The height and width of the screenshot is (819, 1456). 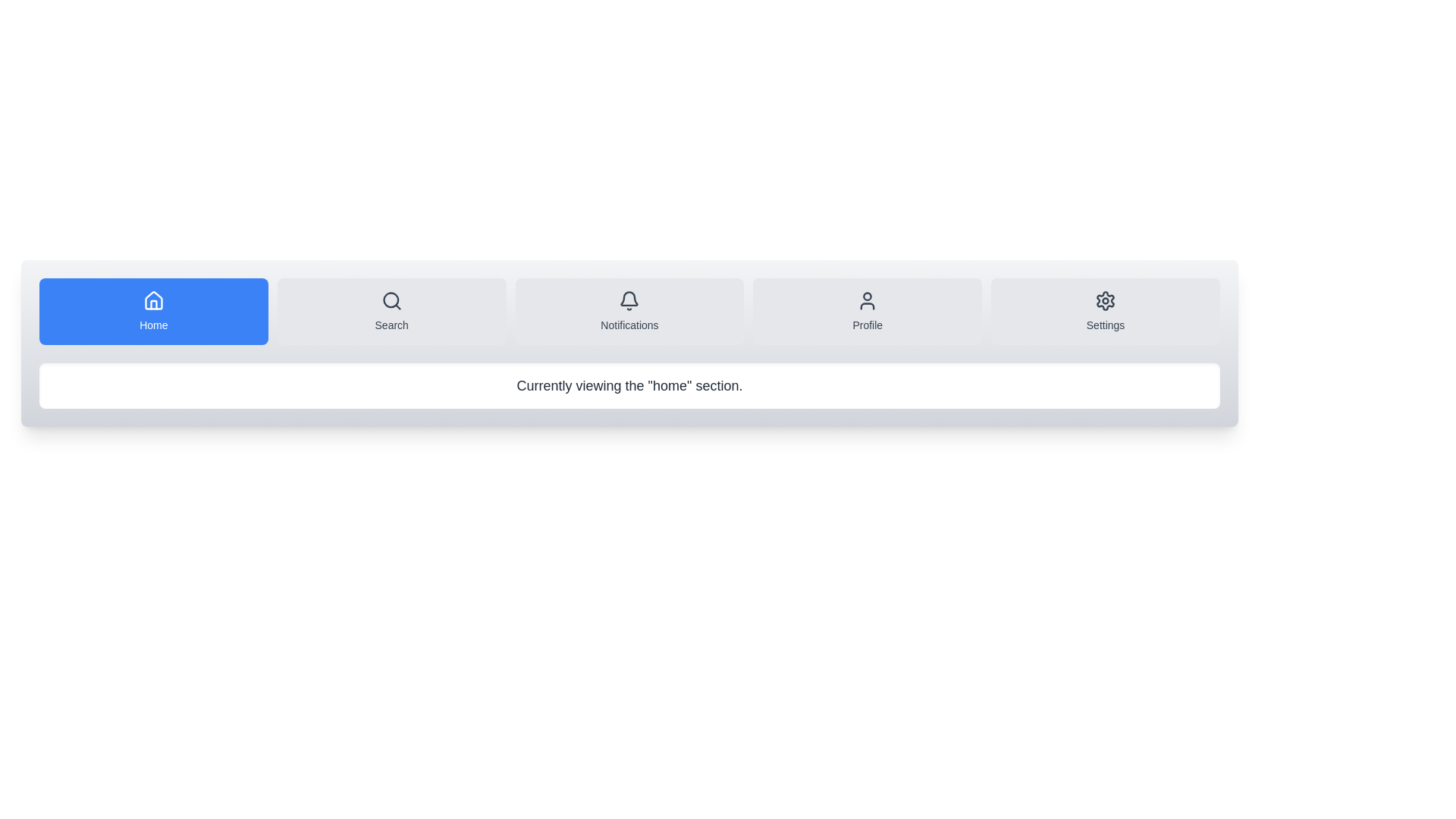 I want to click on the user profile icon on the 'Profile' button in the navigation bar to trigger a tooltip or animation, so click(x=868, y=301).